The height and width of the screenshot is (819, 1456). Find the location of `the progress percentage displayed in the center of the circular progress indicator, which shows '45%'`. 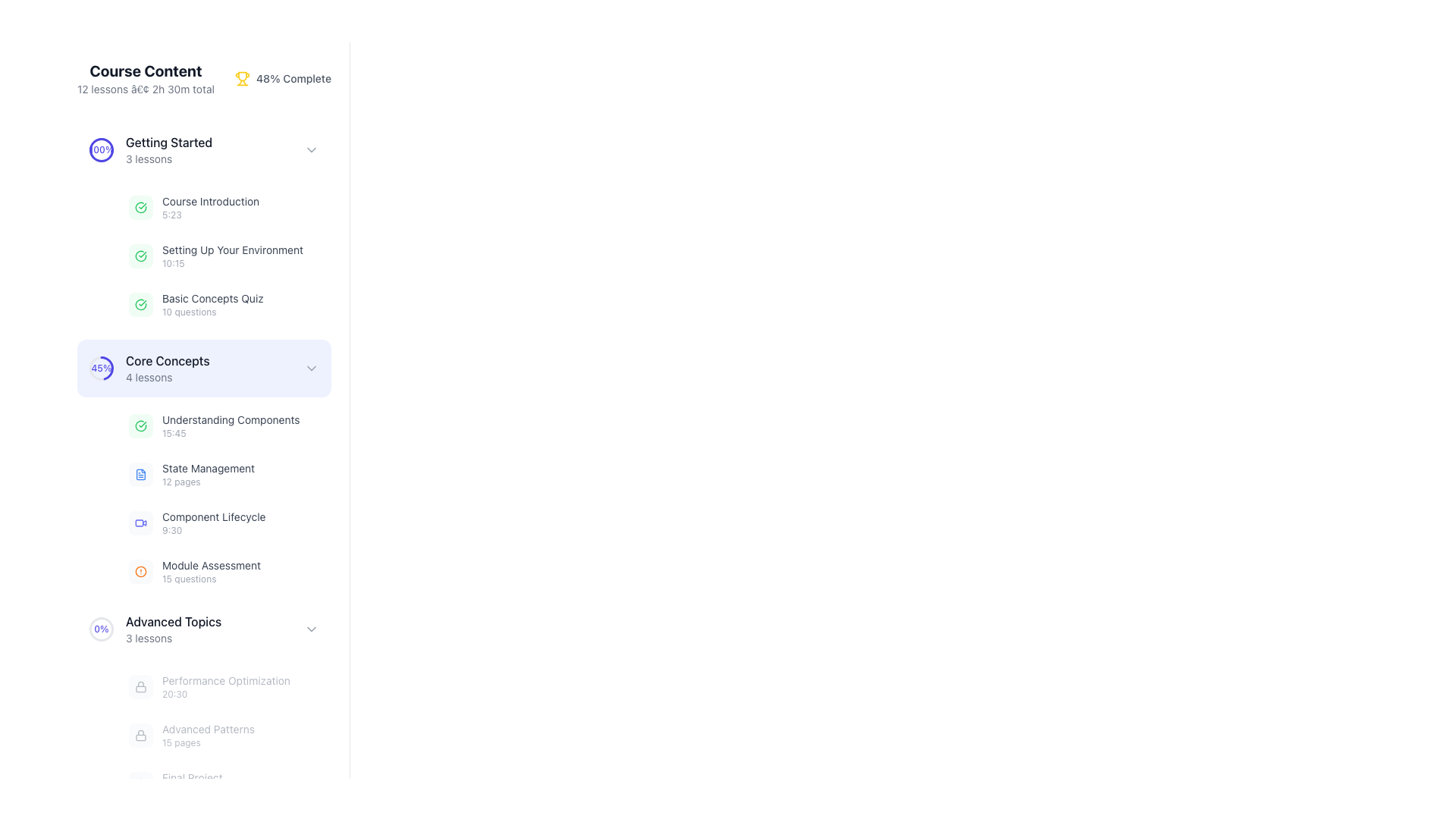

the progress percentage displayed in the center of the circular progress indicator, which shows '45%' is located at coordinates (101, 369).